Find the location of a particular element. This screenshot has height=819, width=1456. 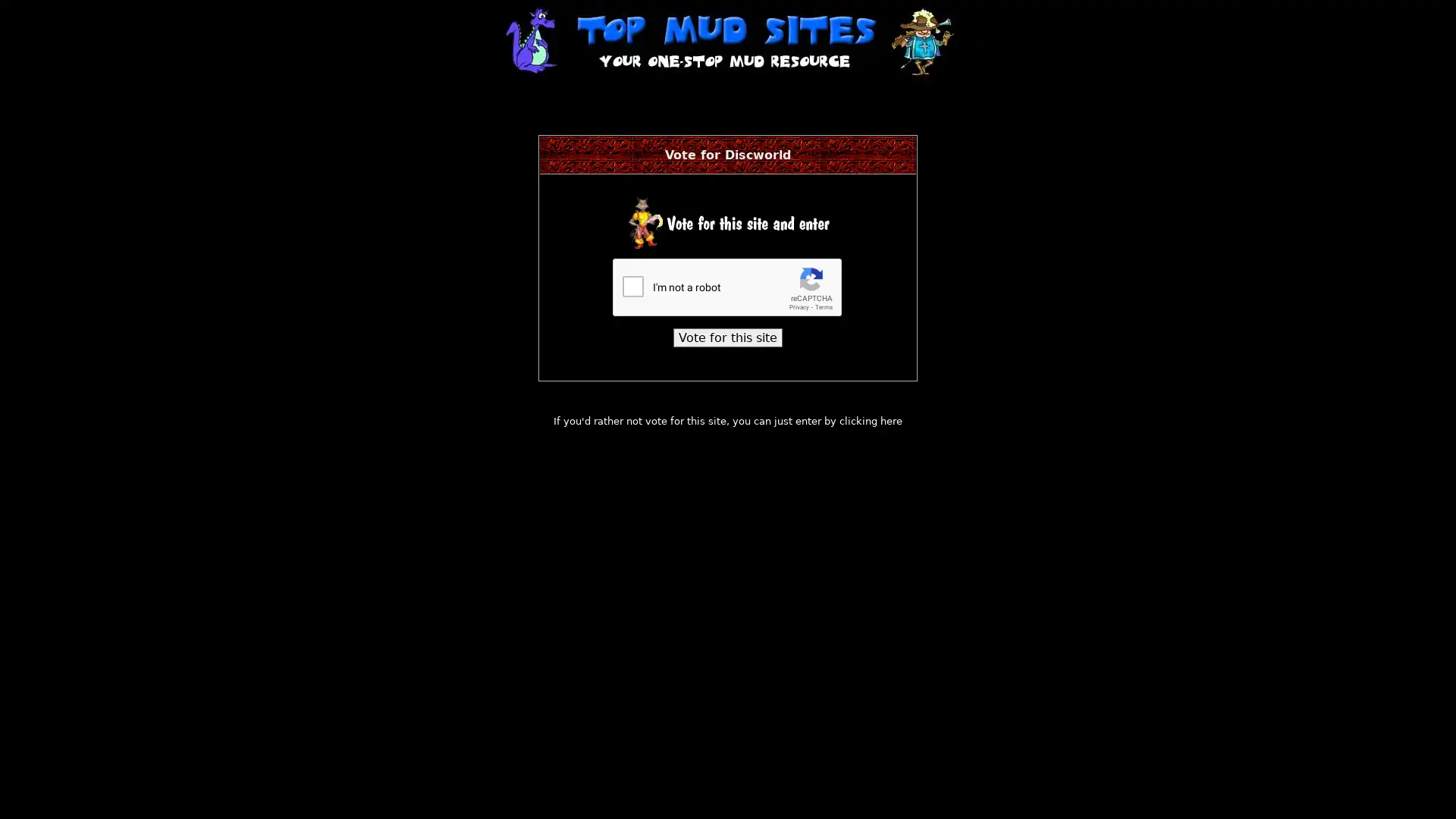

Vote for this site is located at coordinates (728, 337).